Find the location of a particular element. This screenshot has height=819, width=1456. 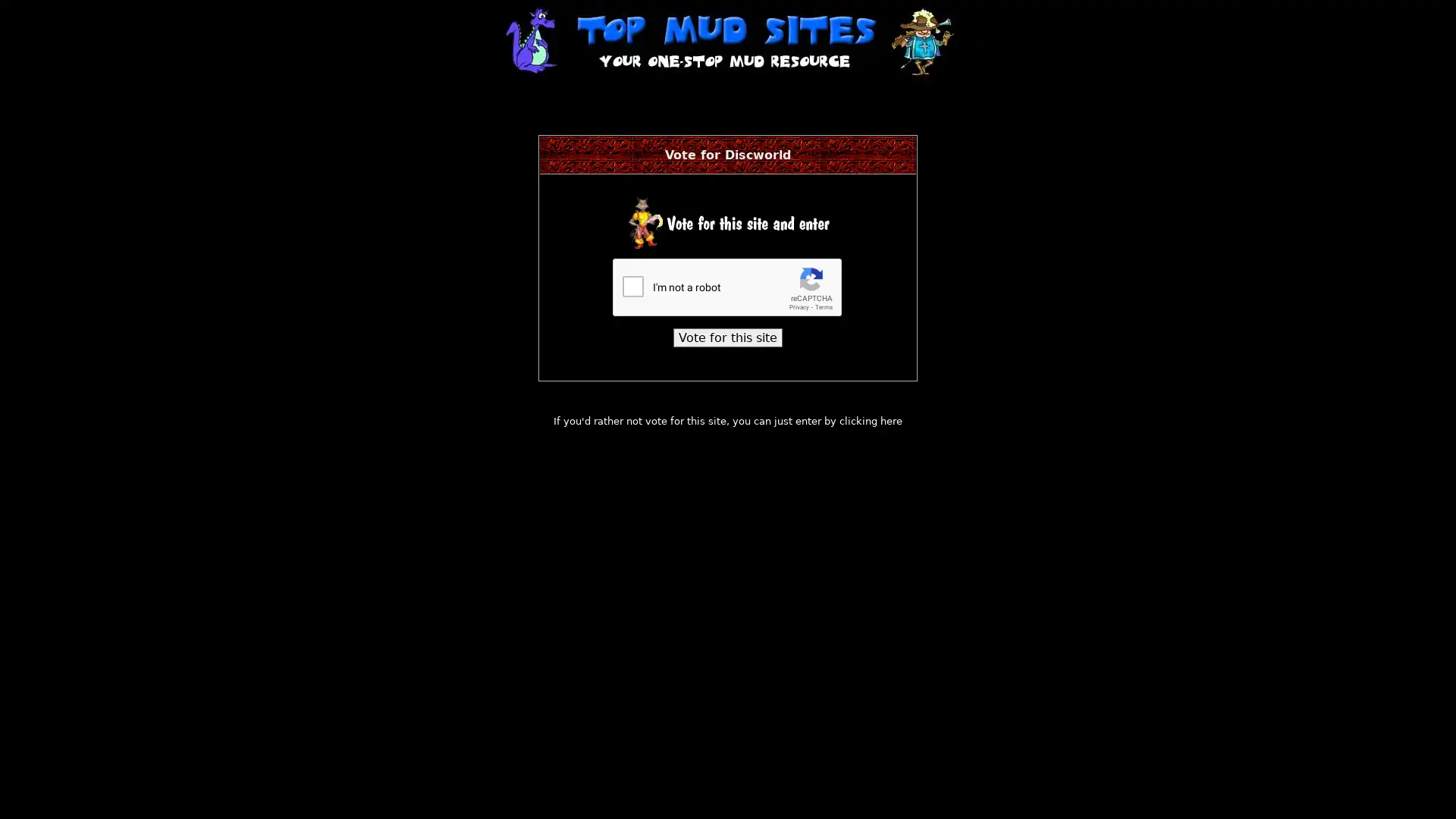

Vote for this site is located at coordinates (728, 337).